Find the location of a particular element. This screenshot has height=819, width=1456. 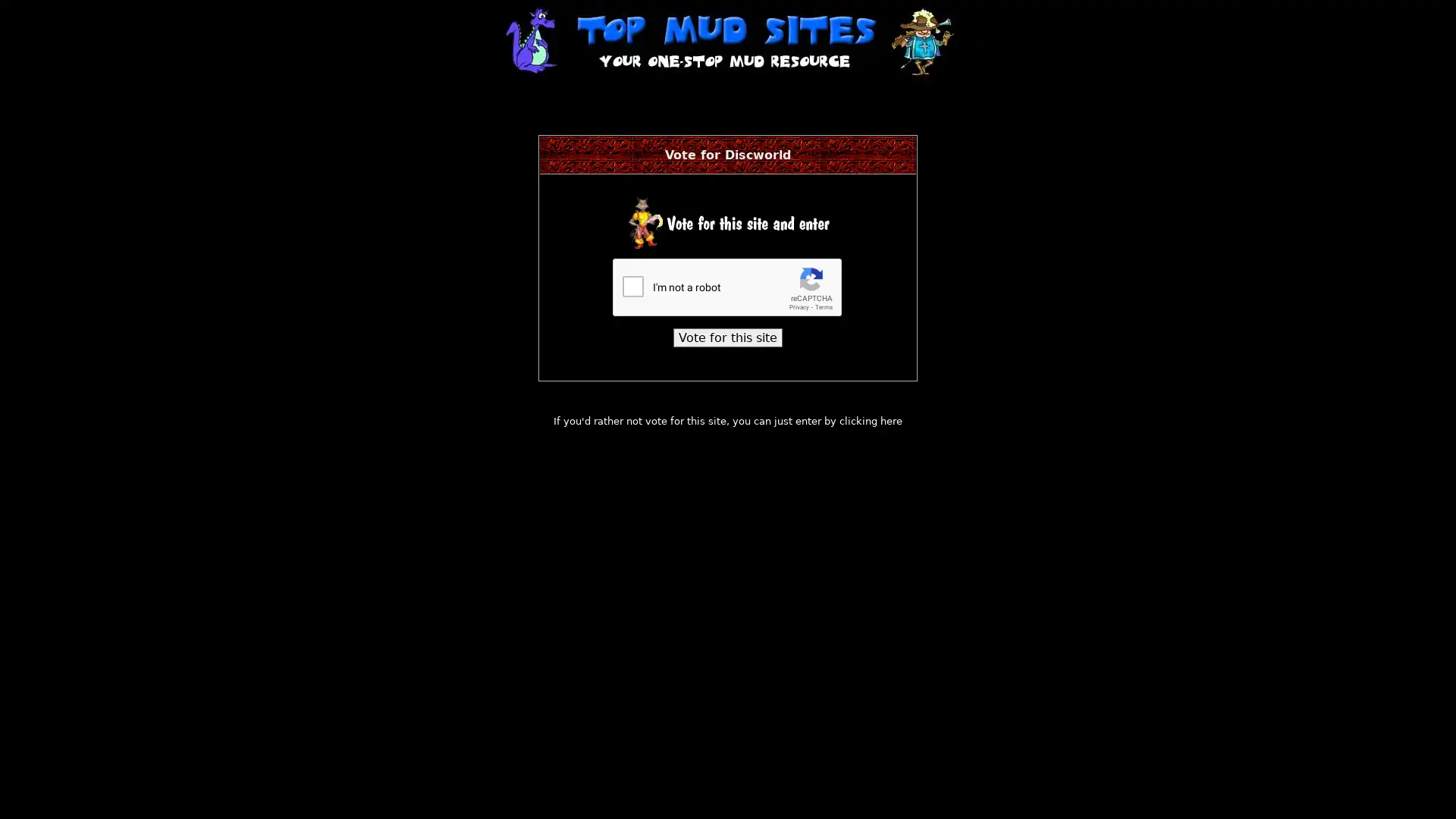

Vote for this site is located at coordinates (728, 337).